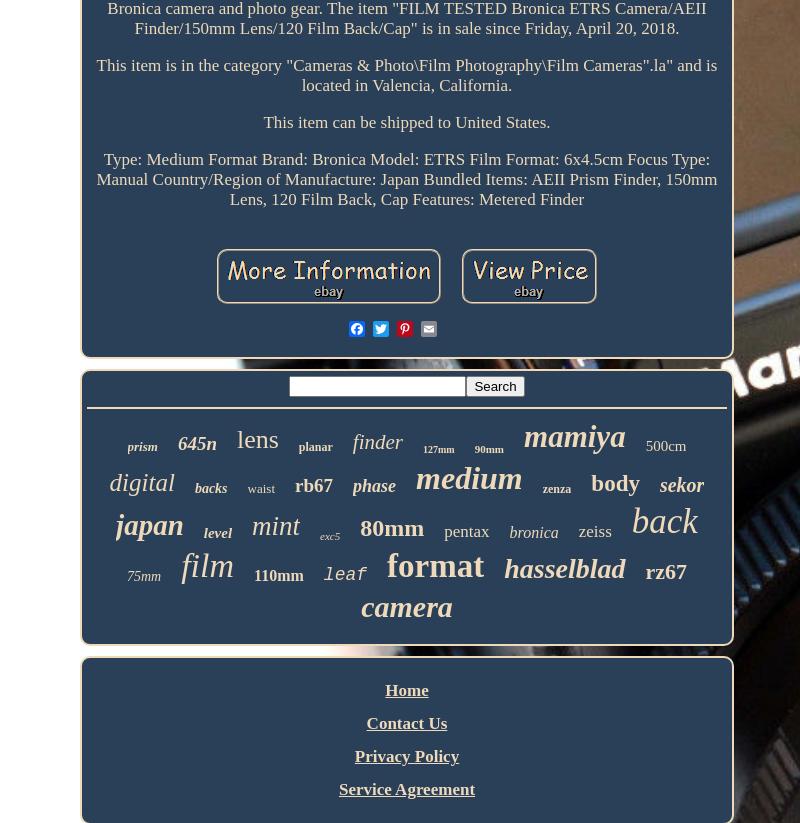 The image size is (800, 823). Describe the element at coordinates (329, 535) in the screenshot. I see `'exc5'` at that location.